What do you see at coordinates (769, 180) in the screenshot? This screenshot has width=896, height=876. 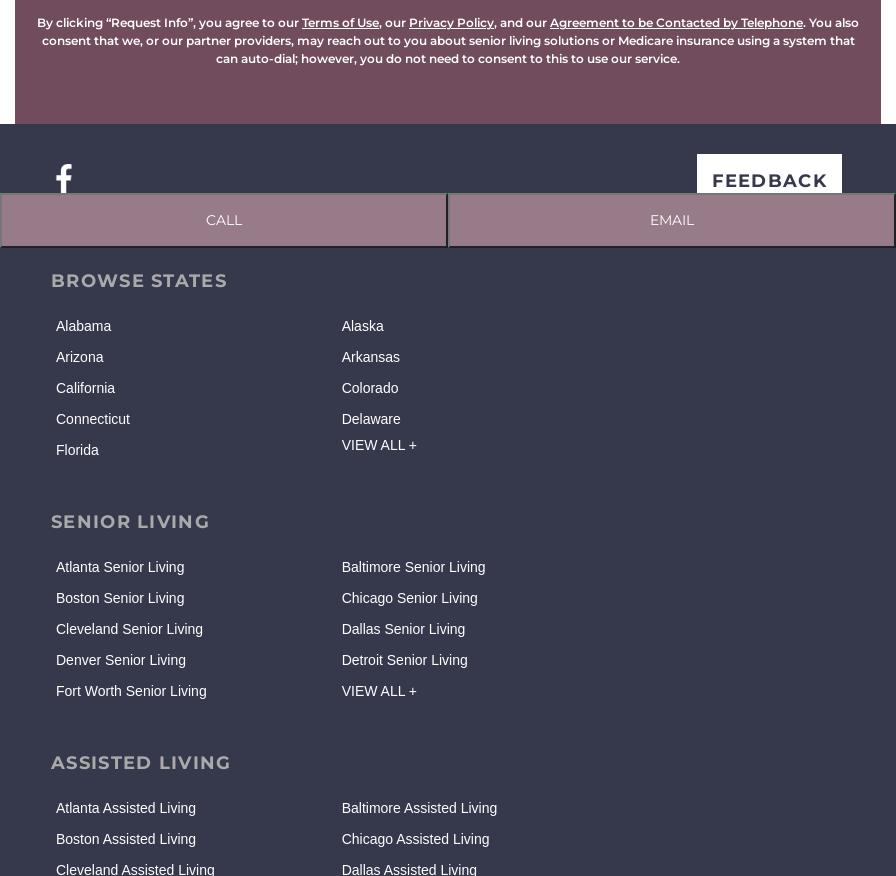 I see `'FEEDBACK'` at bounding box center [769, 180].